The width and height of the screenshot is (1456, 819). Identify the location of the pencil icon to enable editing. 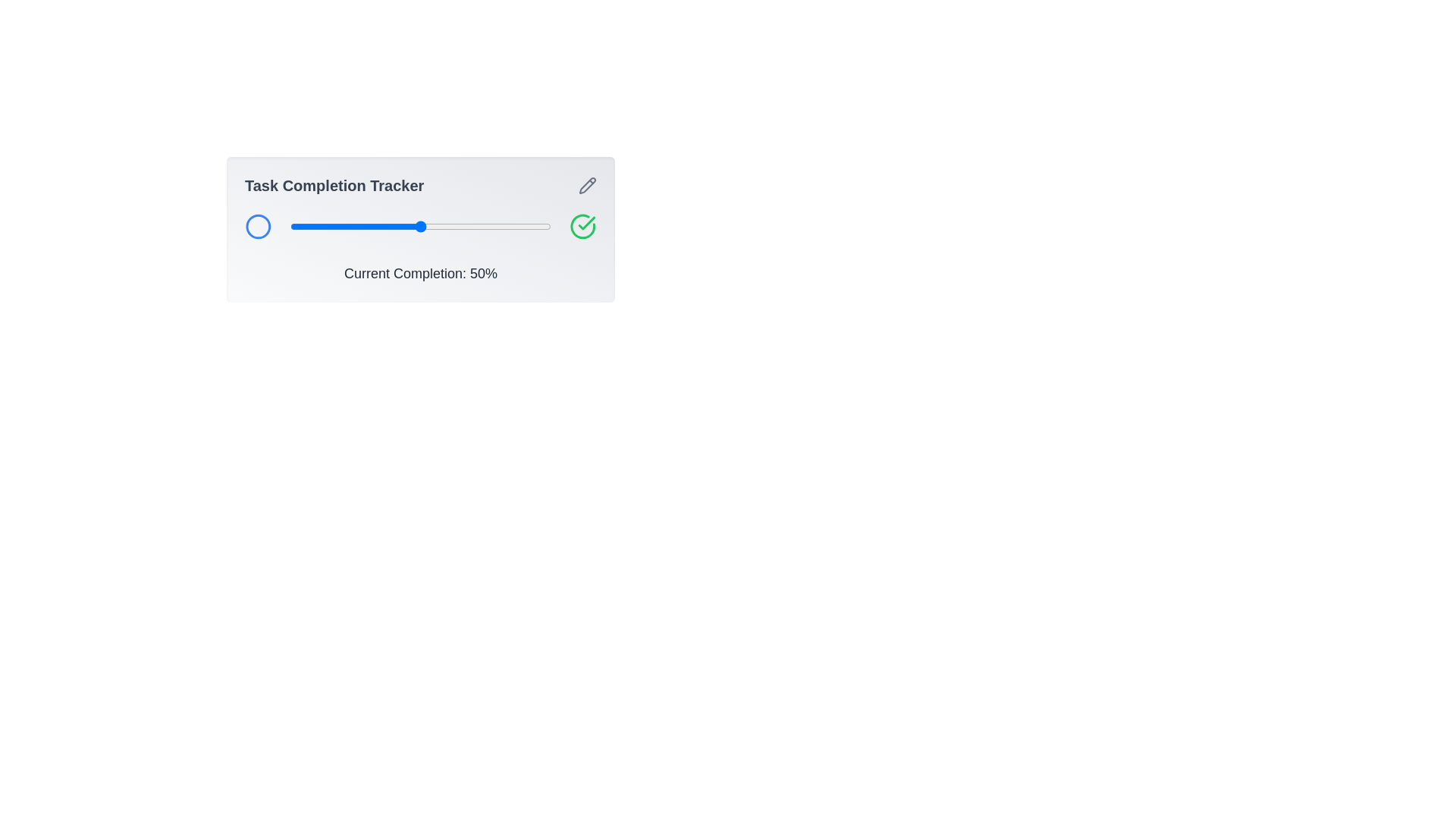
(586, 185).